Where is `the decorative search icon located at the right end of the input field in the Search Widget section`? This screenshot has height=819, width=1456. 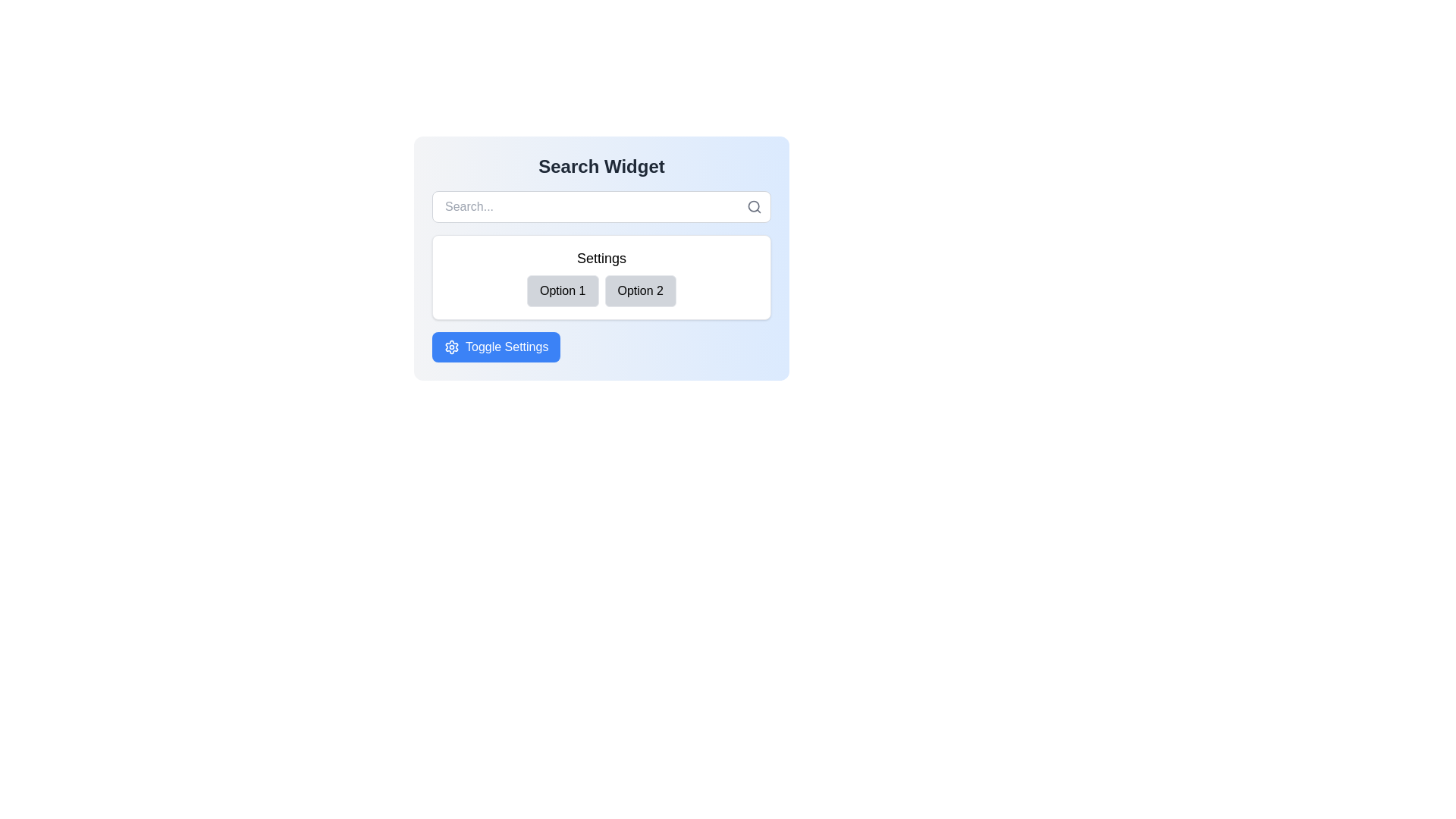 the decorative search icon located at the right end of the input field in the Search Widget section is located at coordinates (754, 207).